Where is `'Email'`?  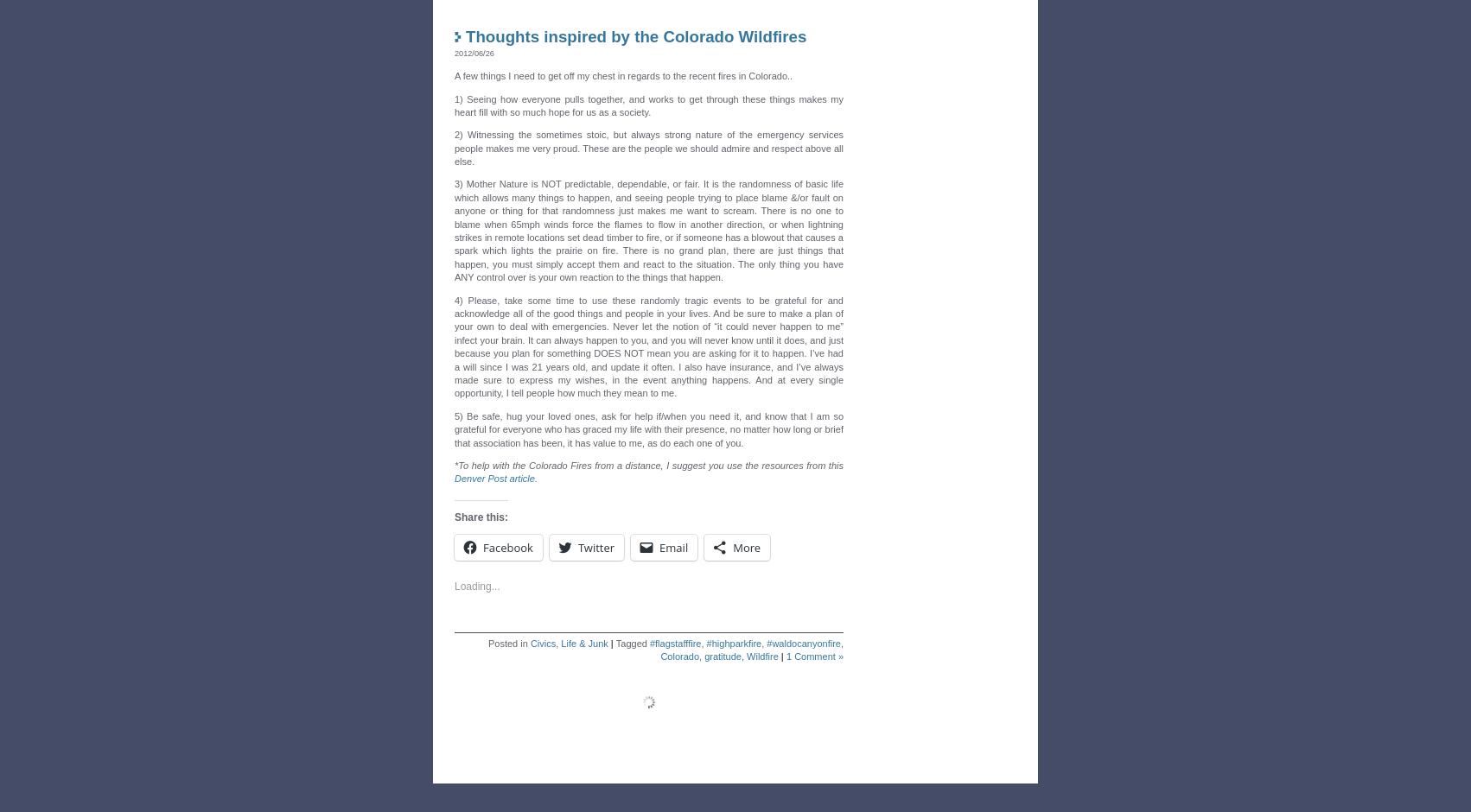 'Email' is located at coordinates (672, 542).